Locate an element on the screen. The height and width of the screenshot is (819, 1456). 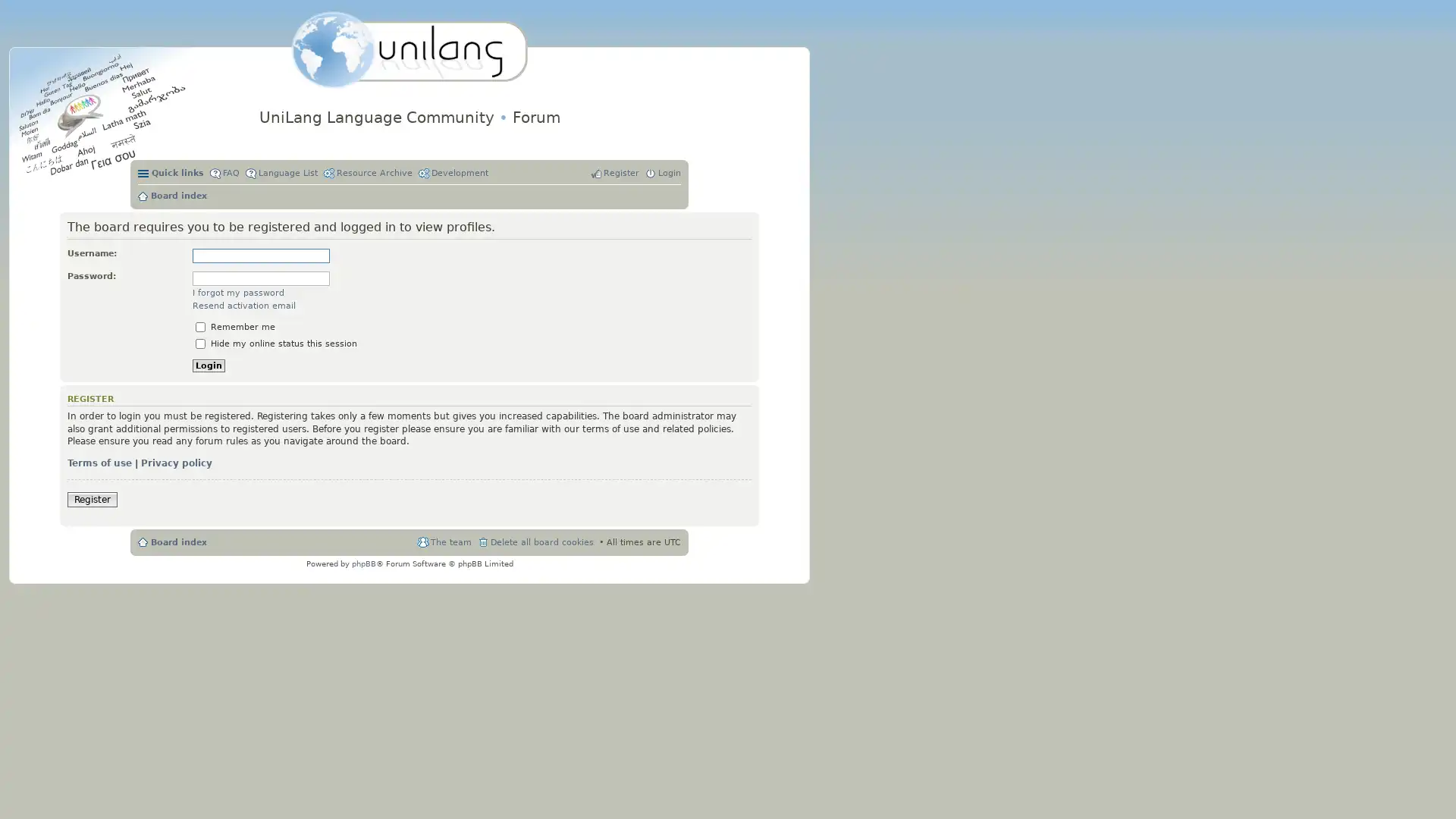
Login is located at coordinates (208, 366).